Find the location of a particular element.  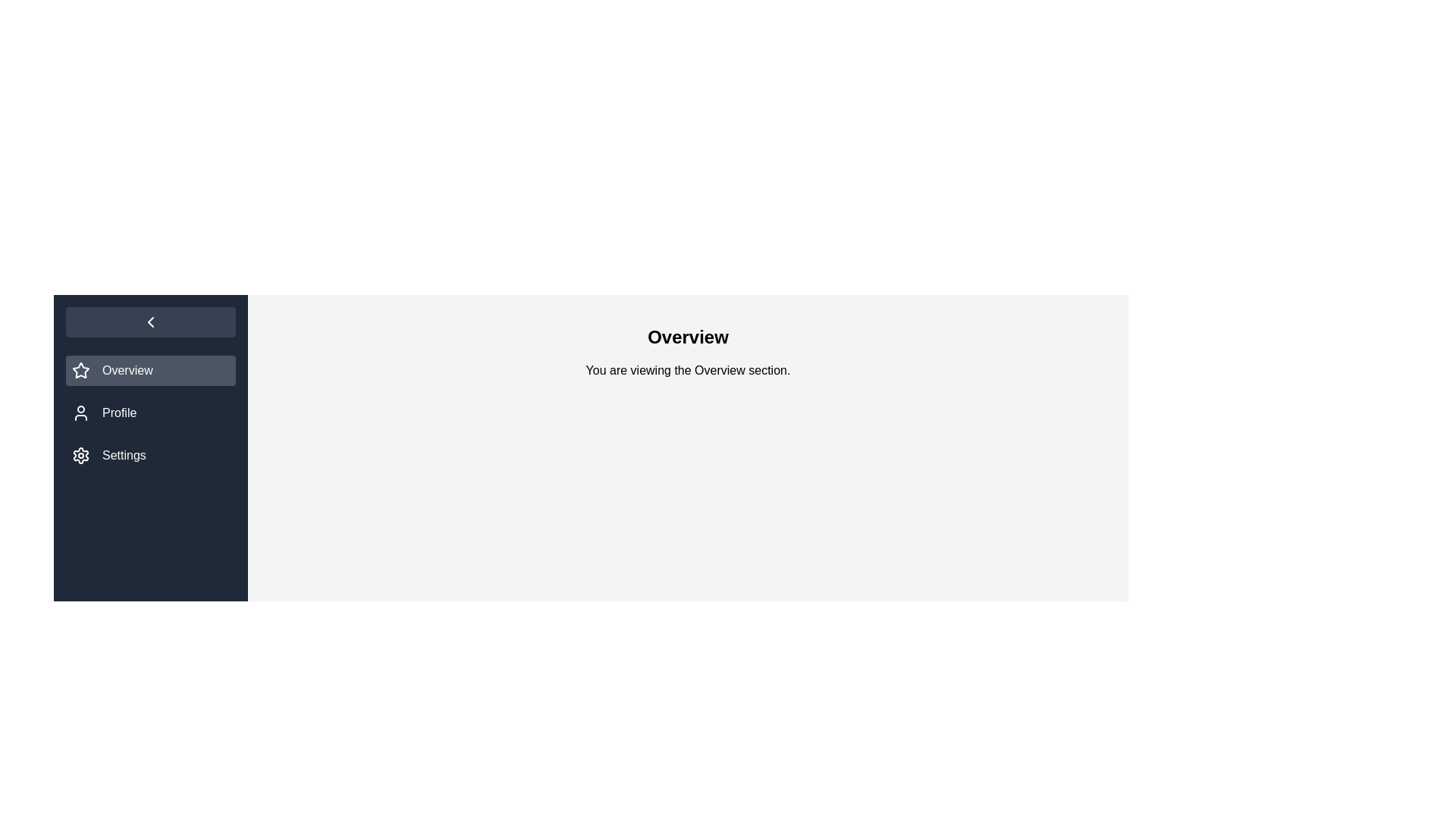

the Overview tab from the menu is located at coordinates (150, 371).